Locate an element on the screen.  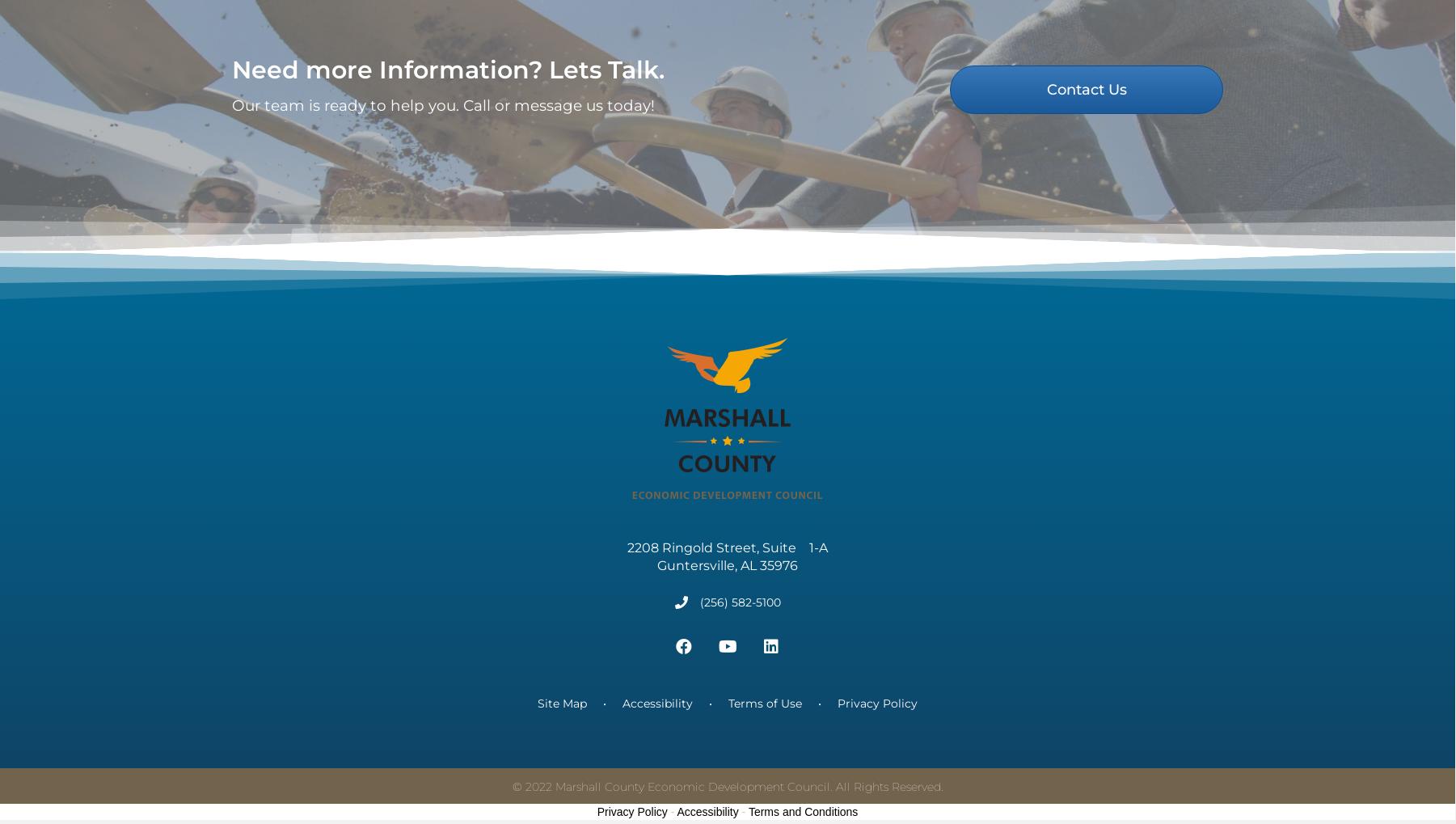
'Site Map' is located at coordinates (563, 725).